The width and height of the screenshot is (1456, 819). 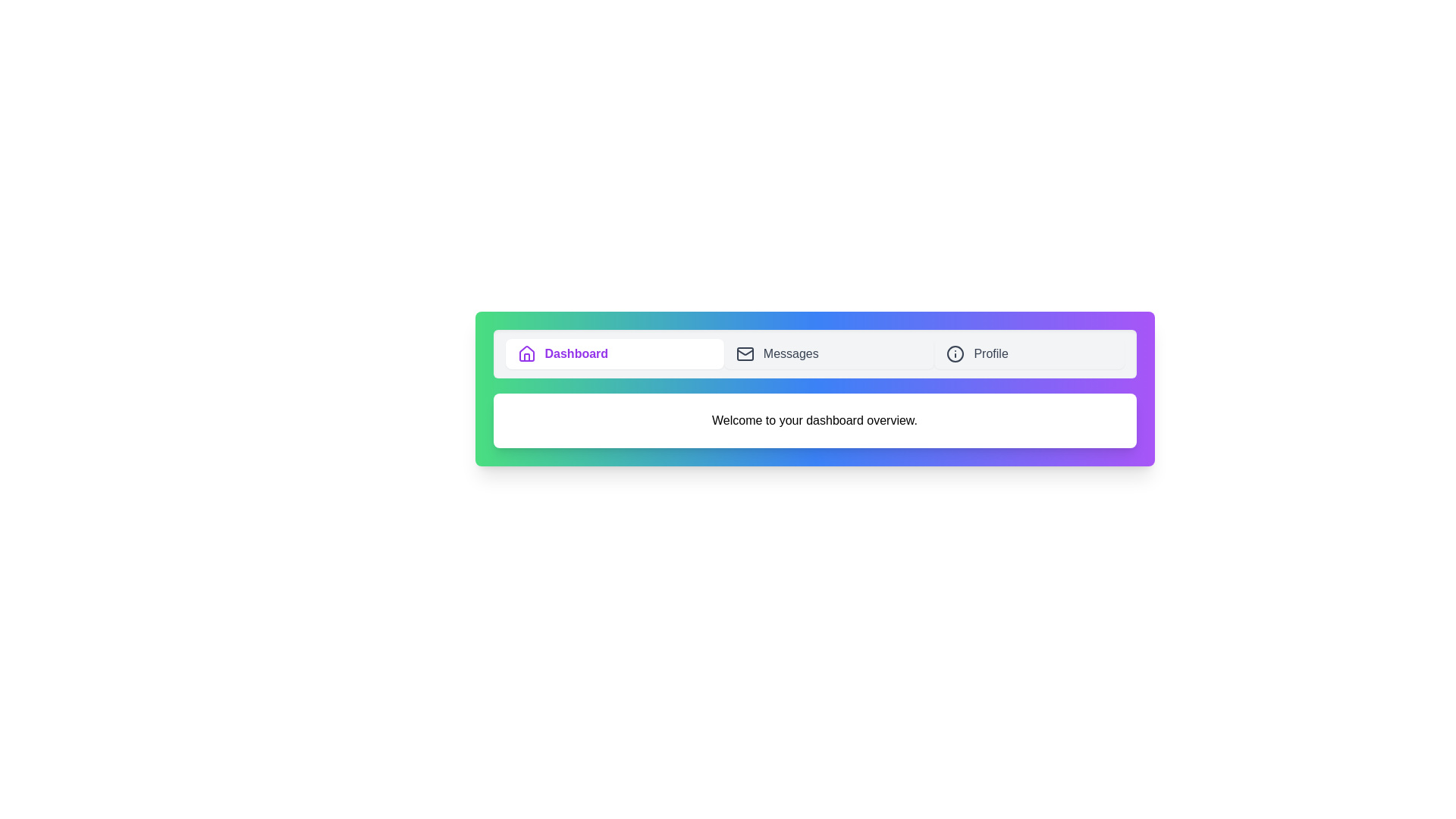 What do you see at coordinates (814, 421) in the screenshot?
I see `the text content to select it for interaction` at bounding box center [814, 421].